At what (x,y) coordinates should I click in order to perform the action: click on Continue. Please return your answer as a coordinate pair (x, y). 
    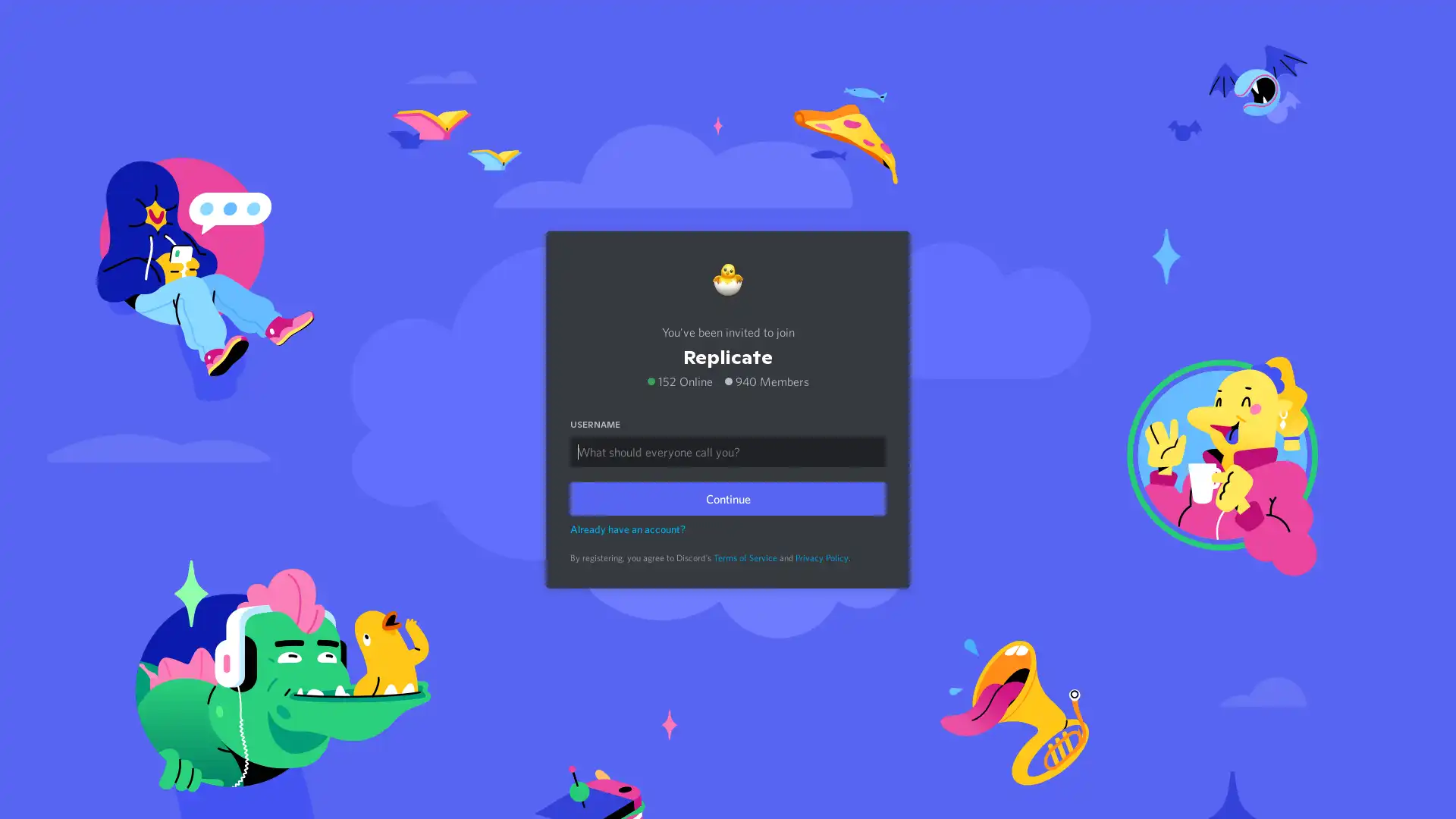
    Looking at the image, I should click on (728, 497).